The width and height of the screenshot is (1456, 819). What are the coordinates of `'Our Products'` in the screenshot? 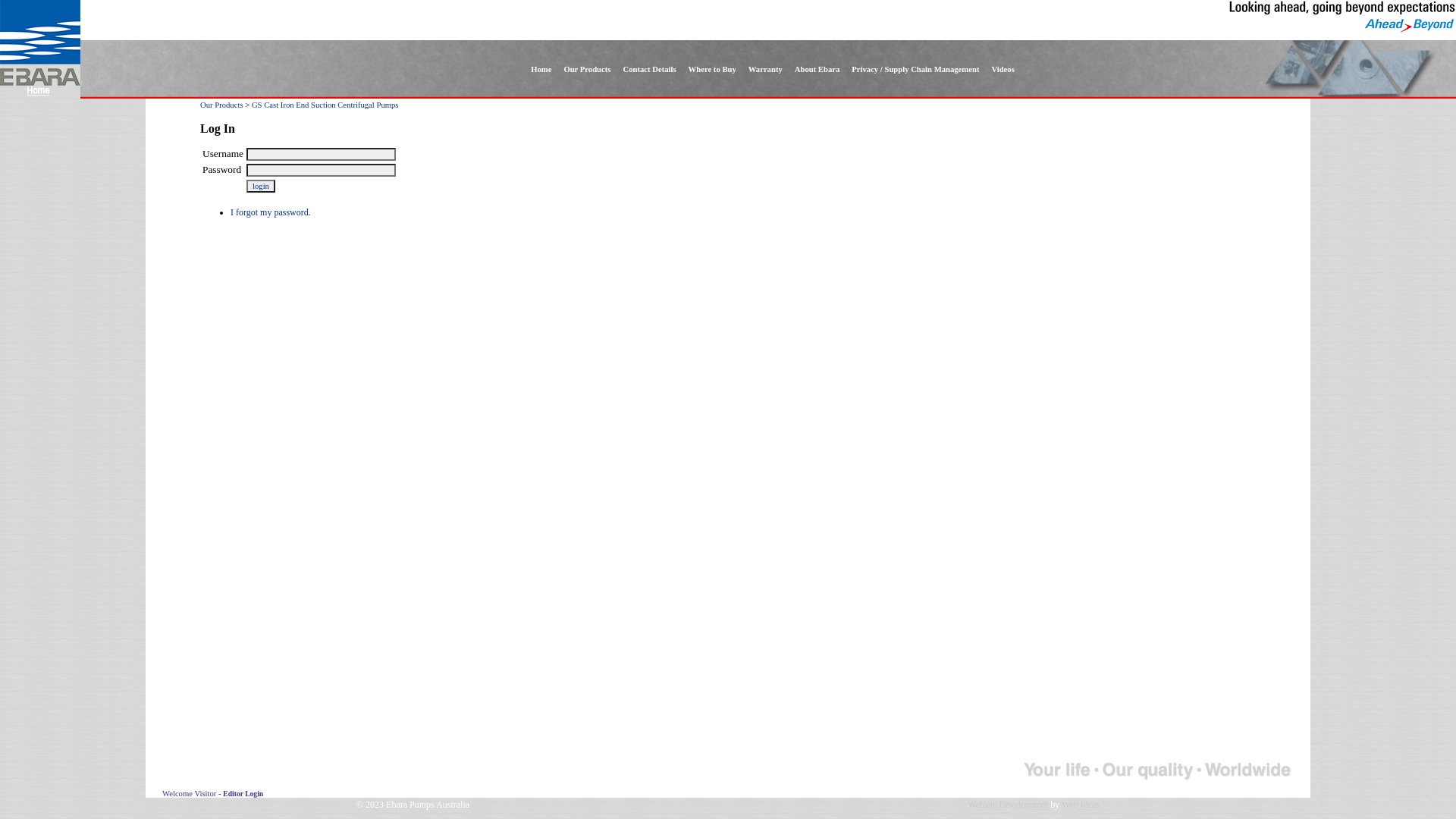 It's located at (585, 69).